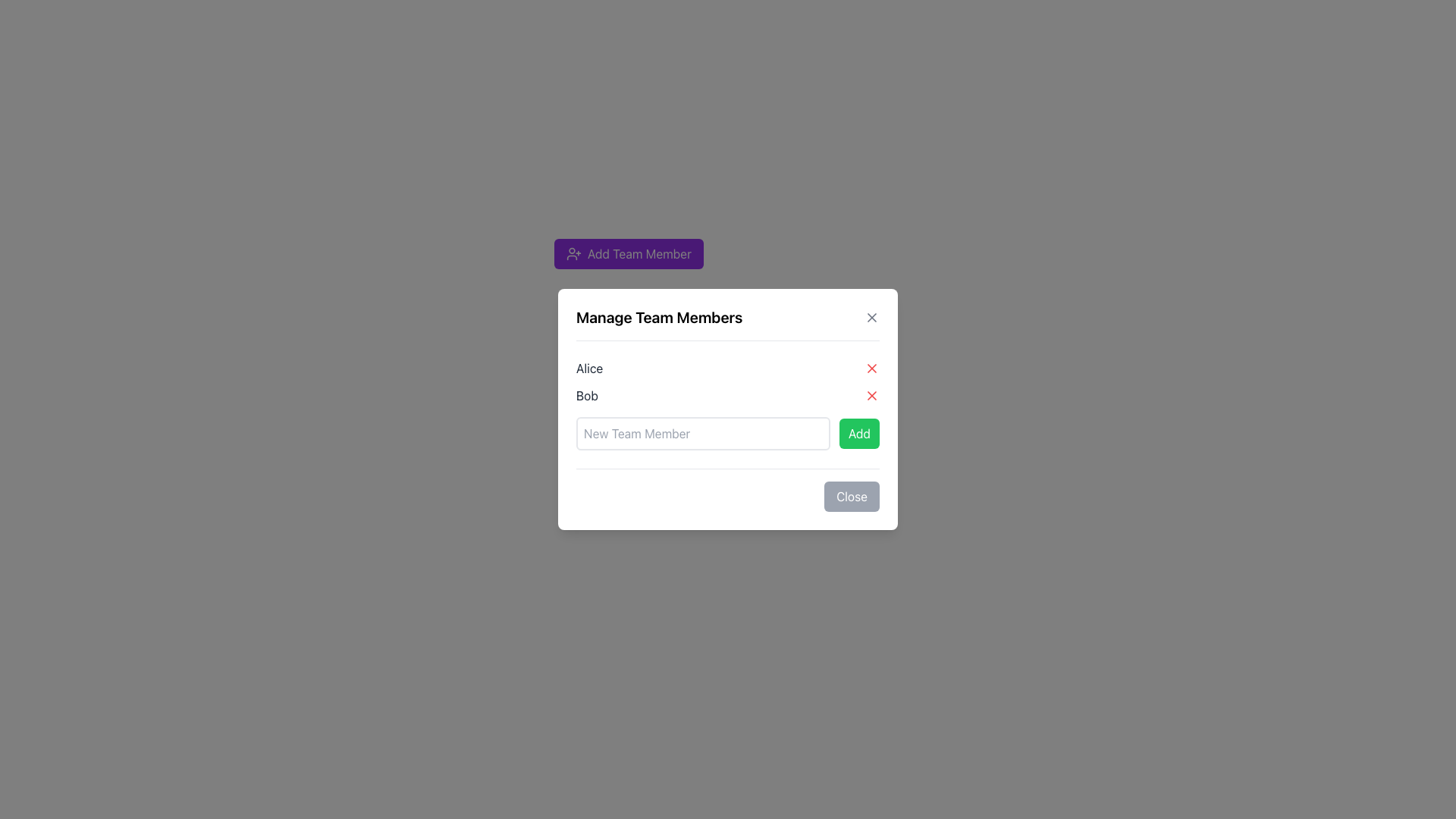 The width and height of the screenshot is (1456, 819). I want to click on the close button located at the bottom-right corner of the 'Manage Team Members' modal to initiate the closing of the dialog box, so click(728, 490).